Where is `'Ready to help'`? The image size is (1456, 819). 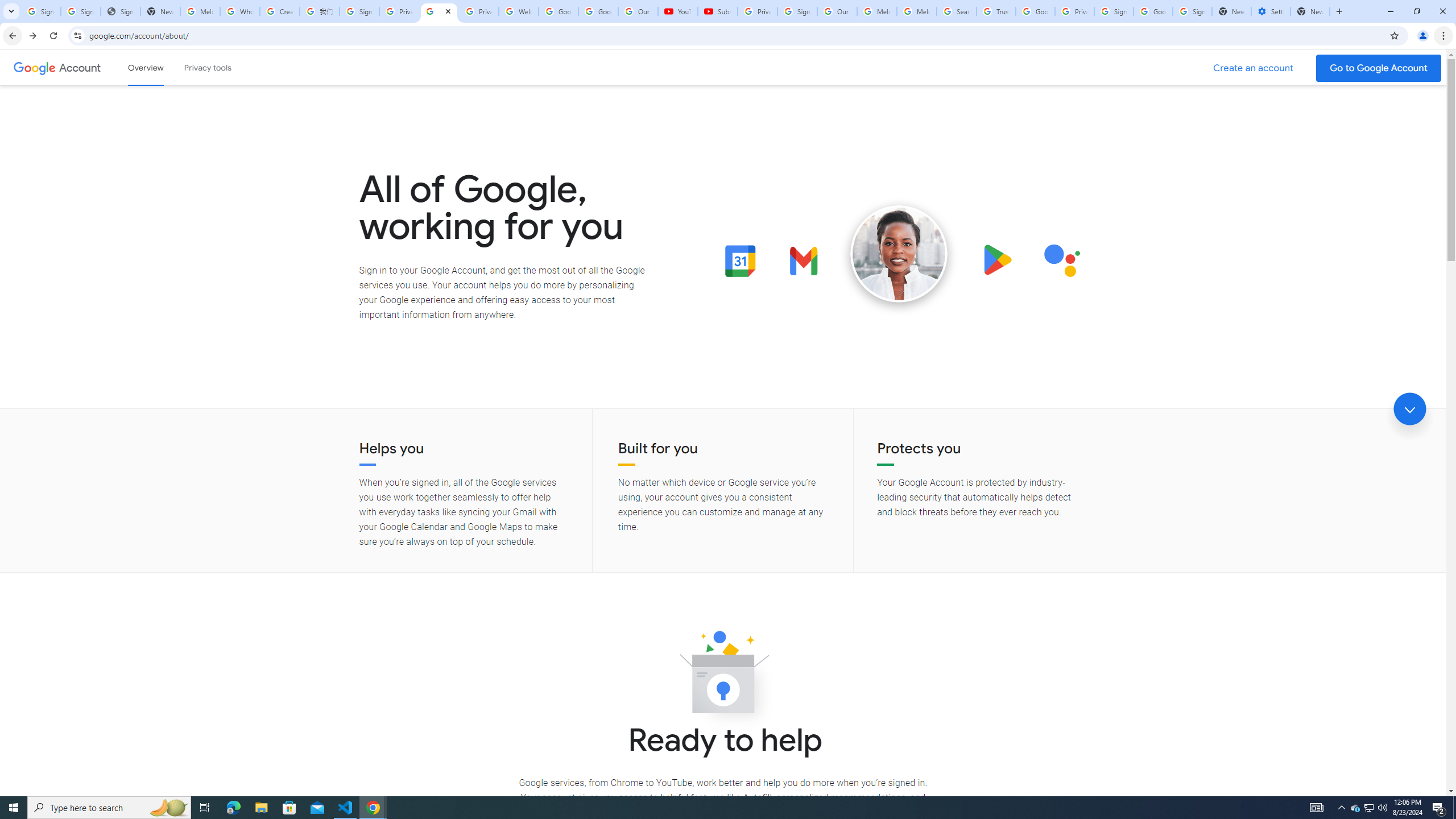 'Ready to help' is located at coordinates (723, 675).